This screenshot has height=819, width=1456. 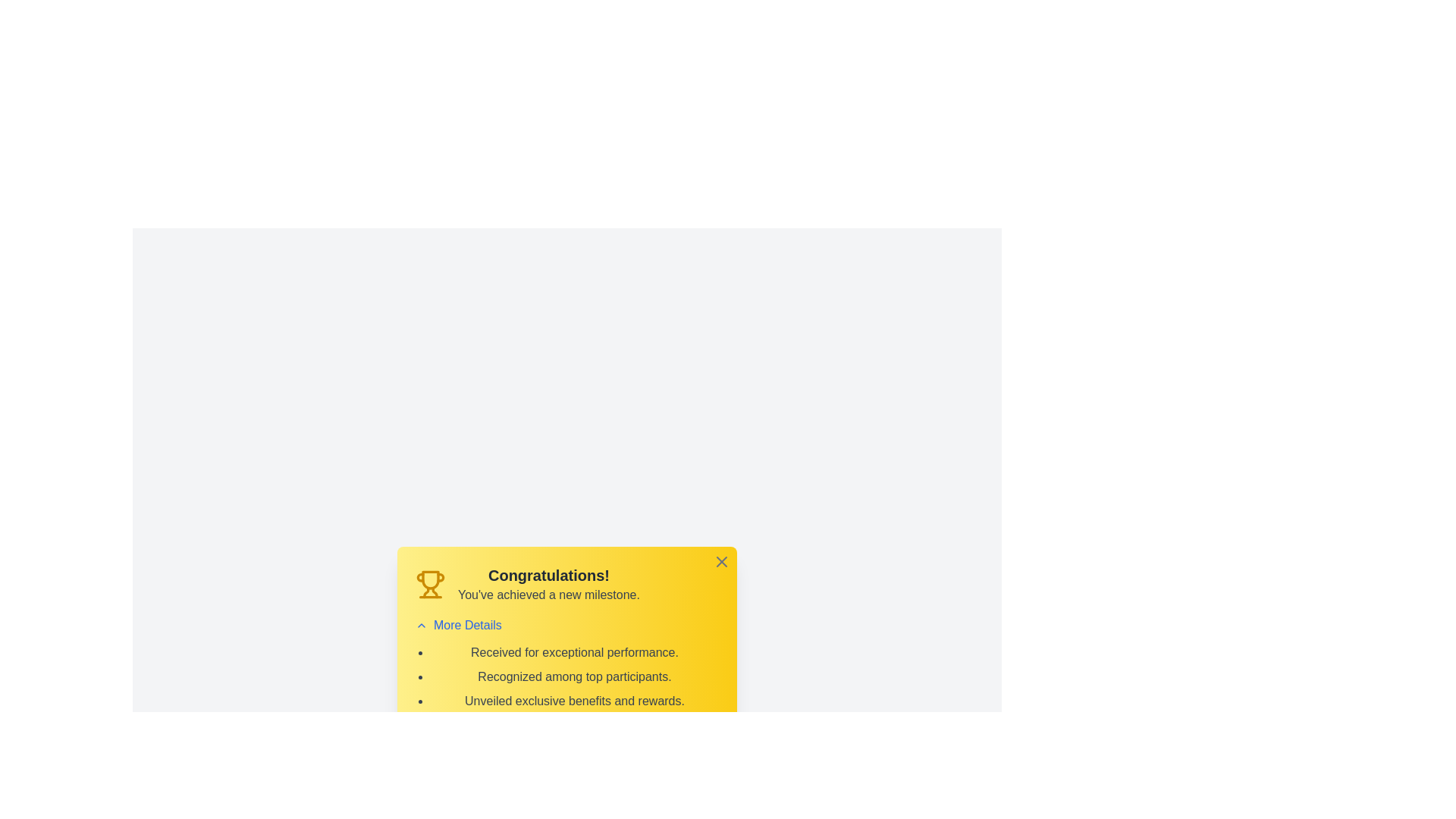 What do you see at coordinates (457, 626) in the screenshot?
I see `the 'More Details' button to toggle the visibility of additional details` at bounding box center [457, 626].